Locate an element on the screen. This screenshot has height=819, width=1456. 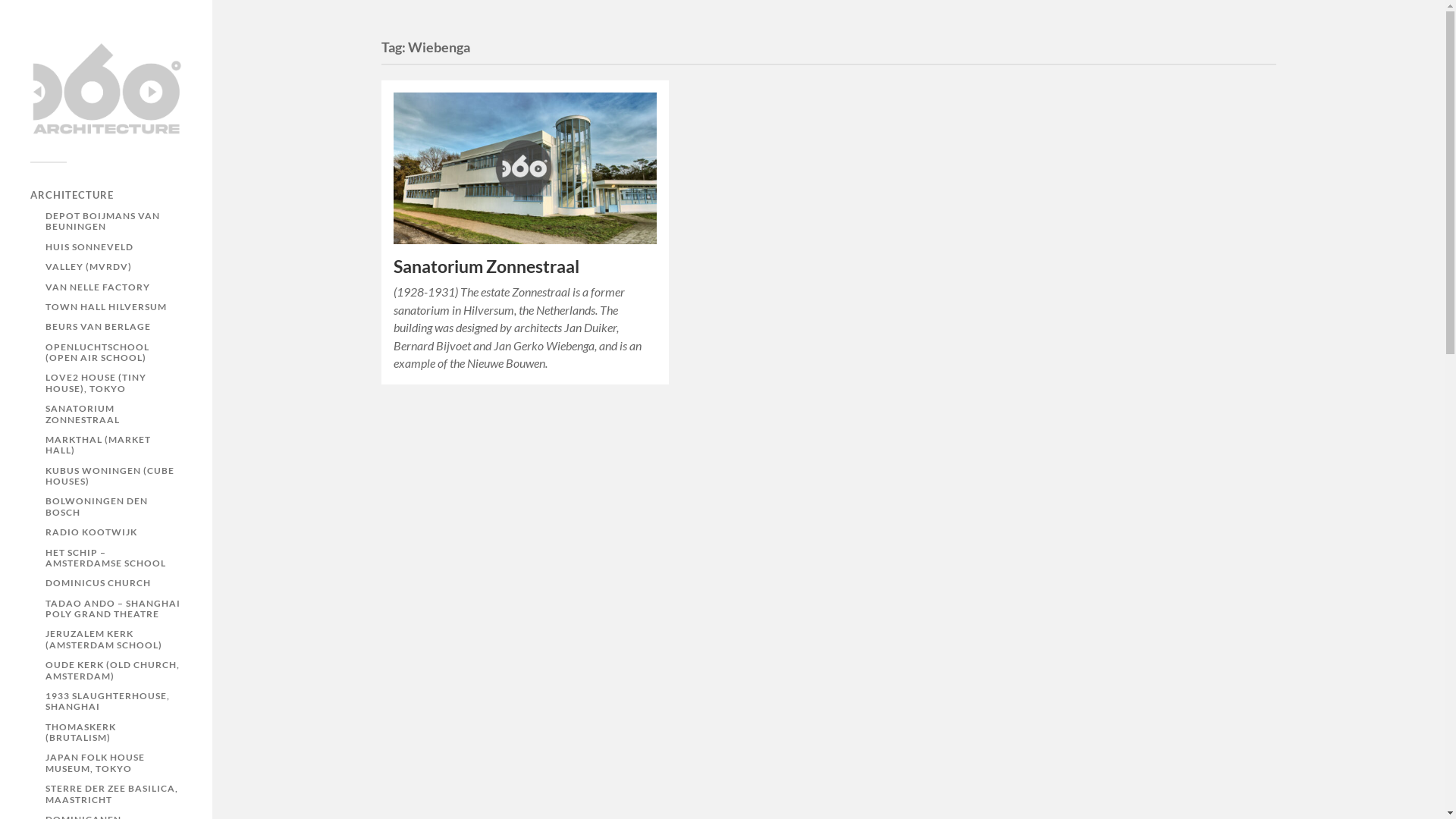
'HUIS SONNEVELD' is located at coordinates (45, 246).